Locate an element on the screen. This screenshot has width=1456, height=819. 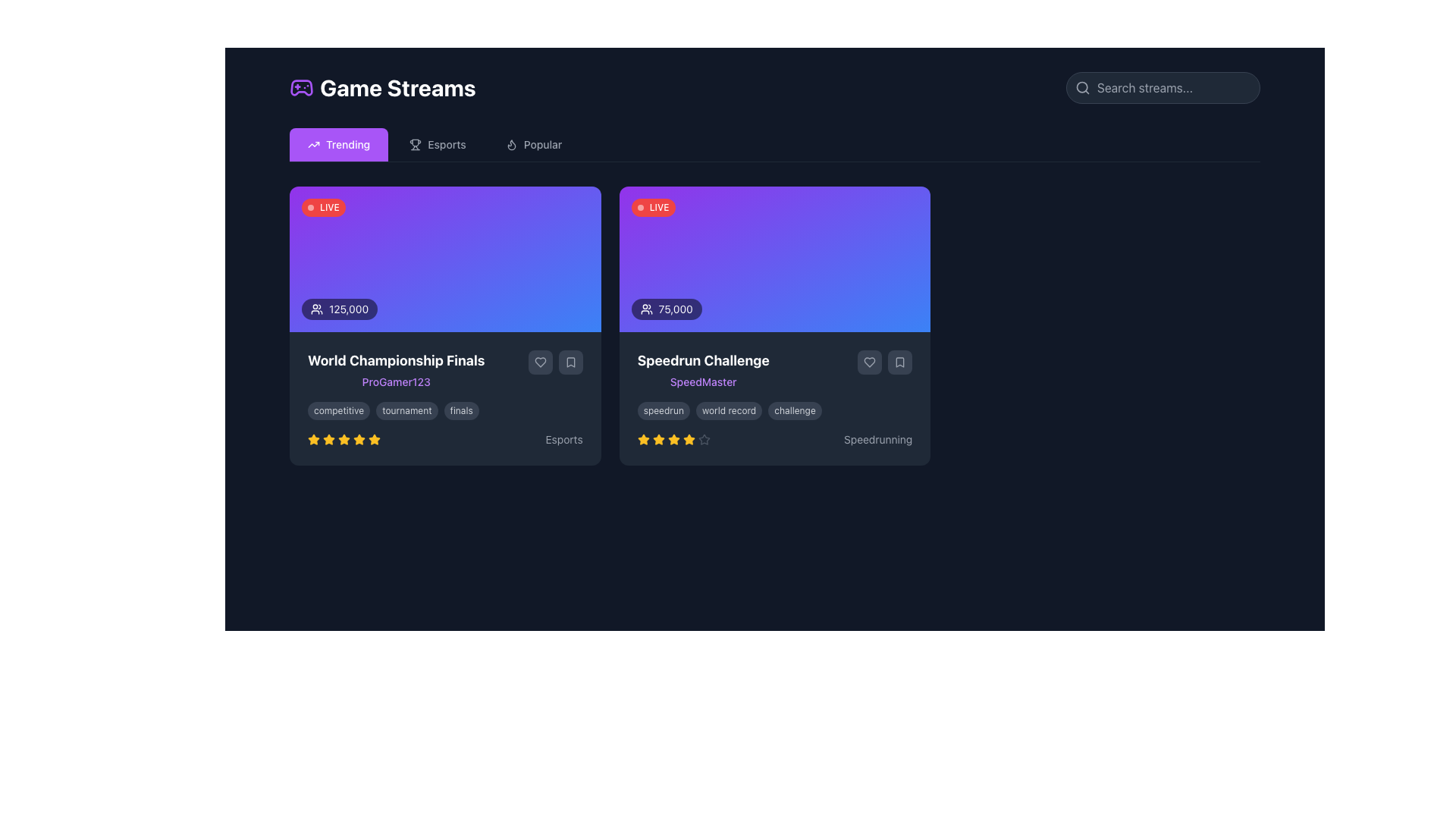
the third yellow star icon in the rating section below the title 'World Championship Finals' is located at coordinates (344, 439).